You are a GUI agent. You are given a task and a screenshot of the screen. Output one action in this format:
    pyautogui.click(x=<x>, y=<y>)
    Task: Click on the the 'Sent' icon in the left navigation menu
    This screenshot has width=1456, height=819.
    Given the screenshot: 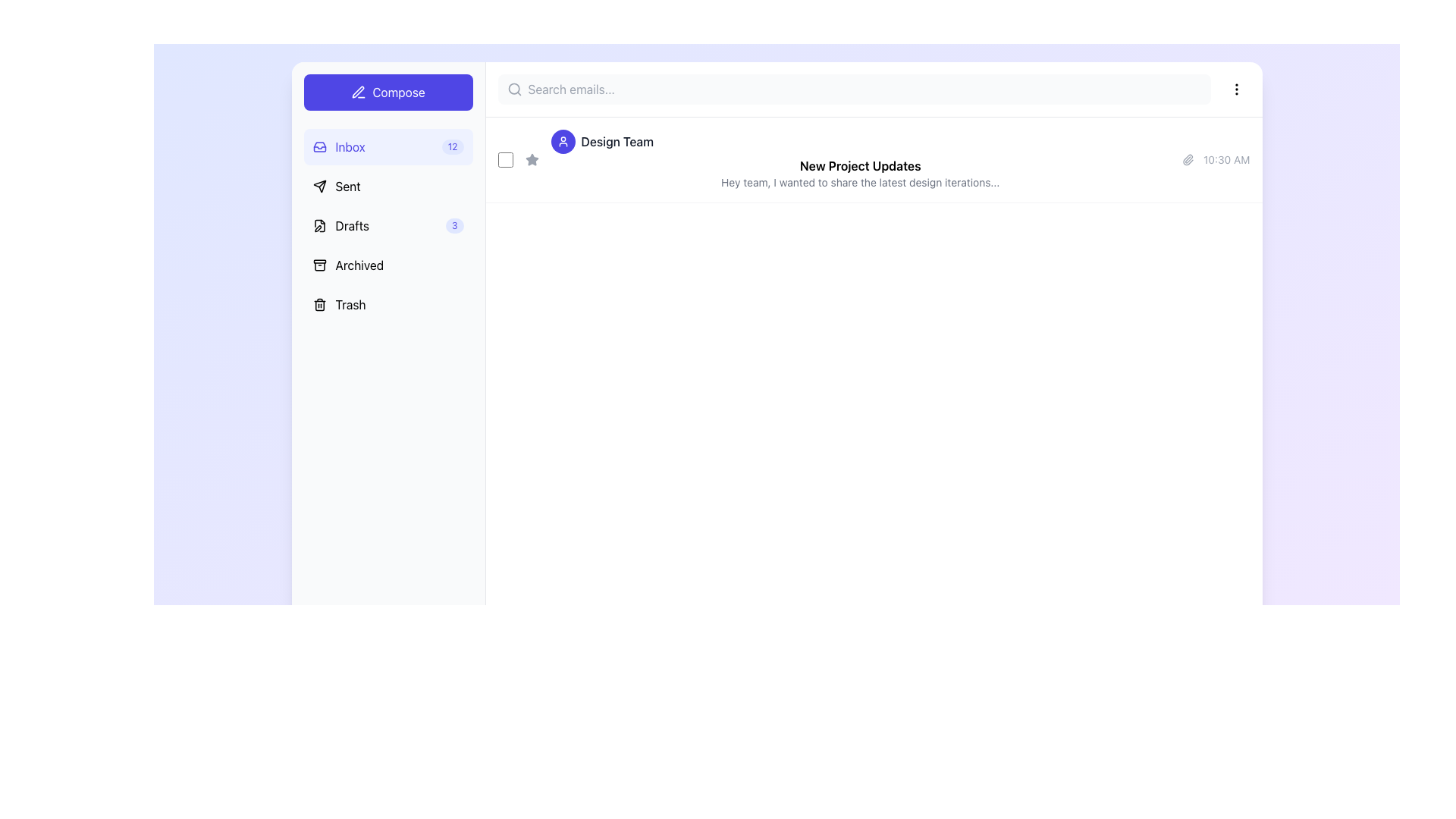 What is the action you would take?
    pyautogui.click(x=318, y=186)
    